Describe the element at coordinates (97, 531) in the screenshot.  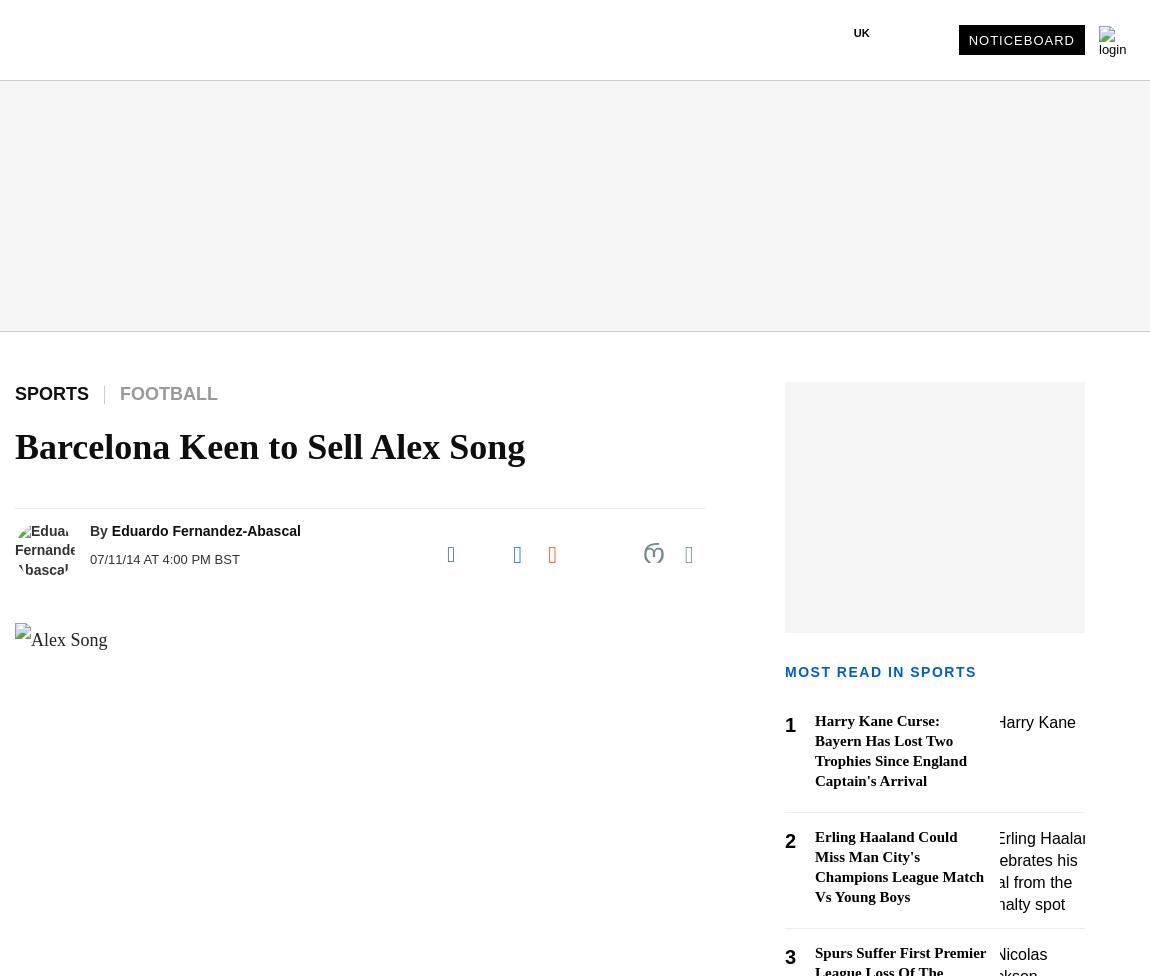
I see `'By'` at that location.